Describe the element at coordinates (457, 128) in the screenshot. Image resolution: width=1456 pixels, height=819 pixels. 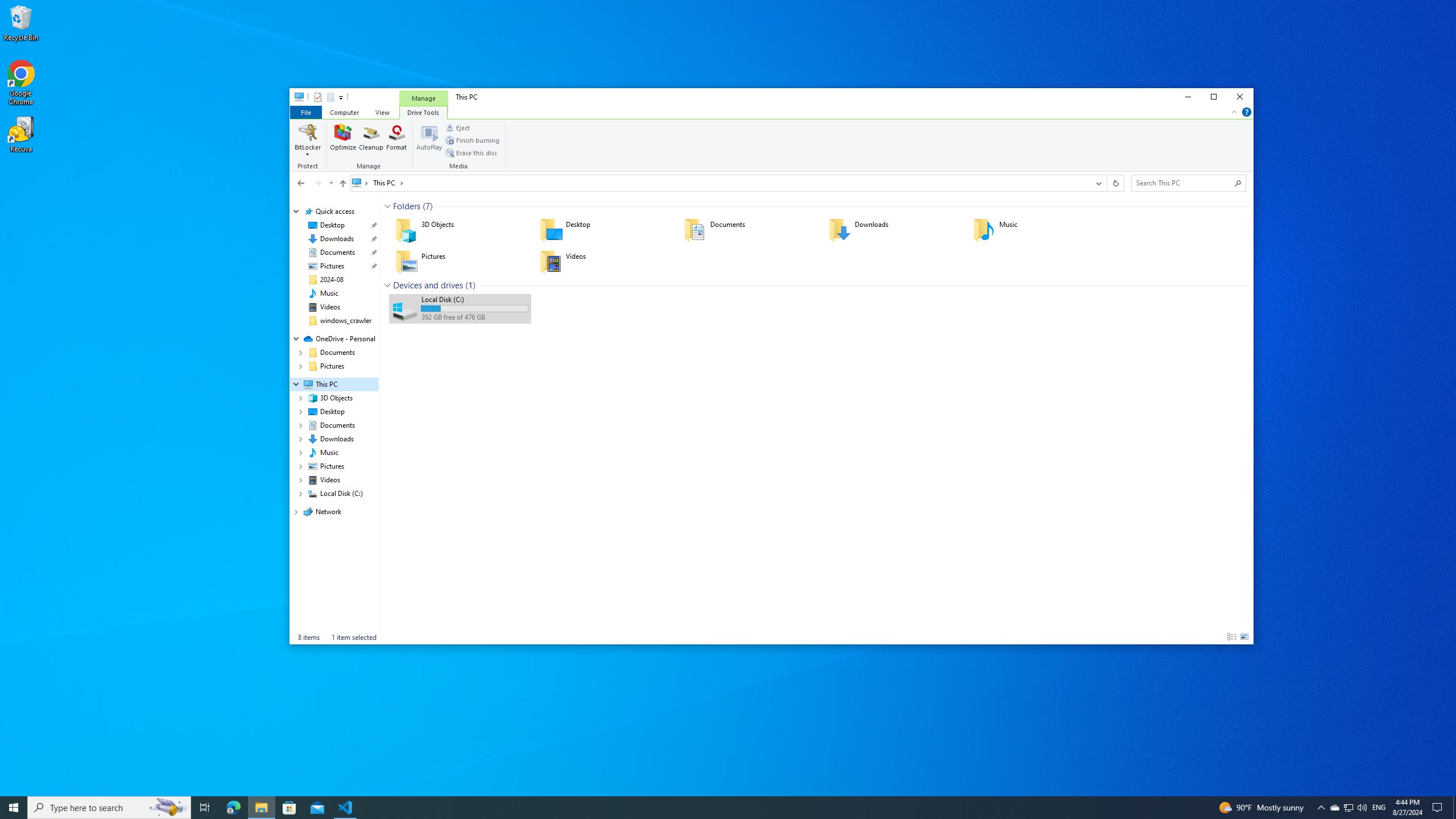
I see `'Eject'` at that location.